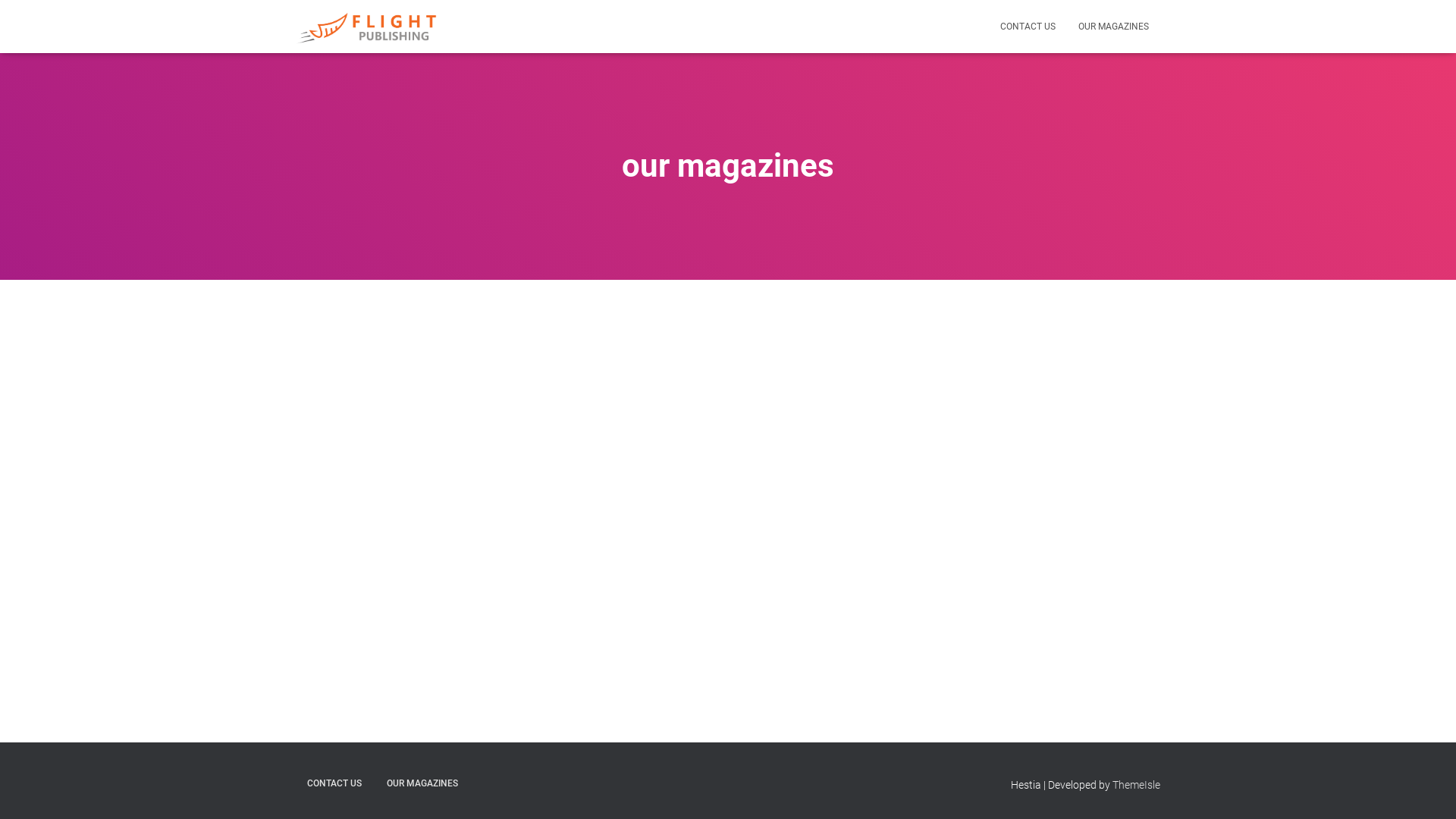 The image size is (1456, 819). What do you see at coordinates (1113, 26) in the screenshot?
I see `'OUR MAGAZINES'` at bounding box center [1113, 26].